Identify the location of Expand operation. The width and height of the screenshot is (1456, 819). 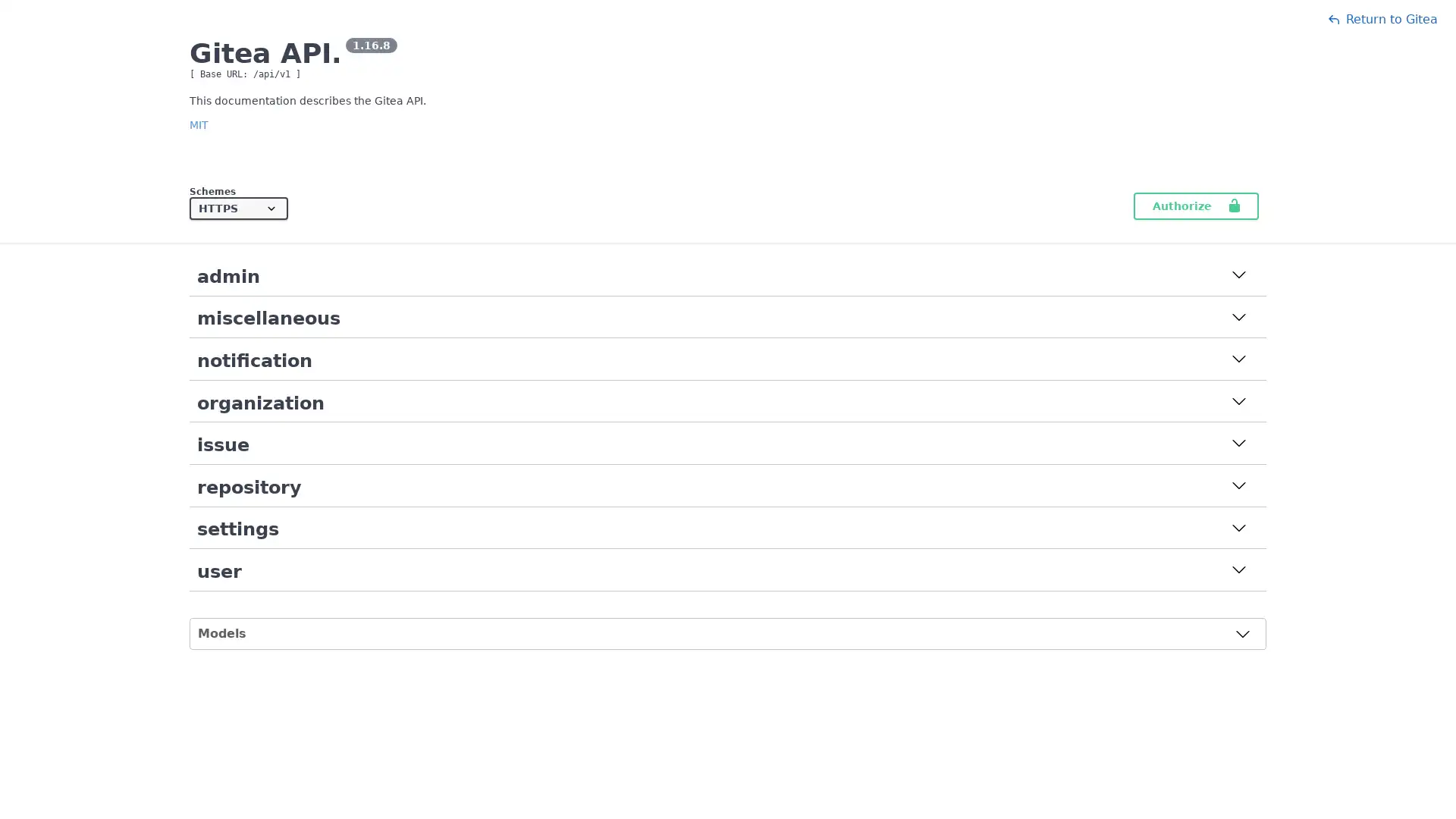
(1238, 318).